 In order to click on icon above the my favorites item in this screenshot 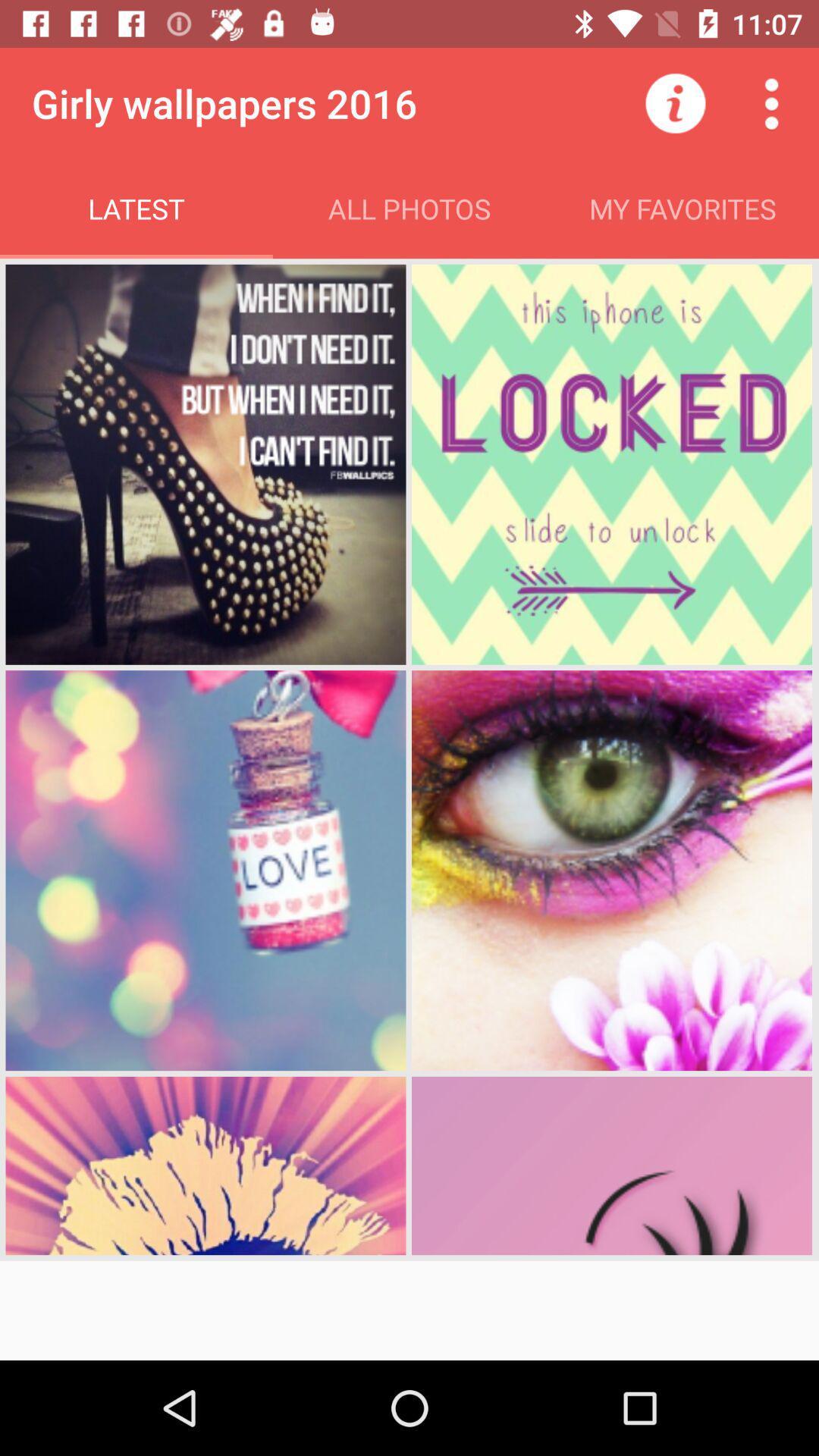, I will do `click(675, 102)`.